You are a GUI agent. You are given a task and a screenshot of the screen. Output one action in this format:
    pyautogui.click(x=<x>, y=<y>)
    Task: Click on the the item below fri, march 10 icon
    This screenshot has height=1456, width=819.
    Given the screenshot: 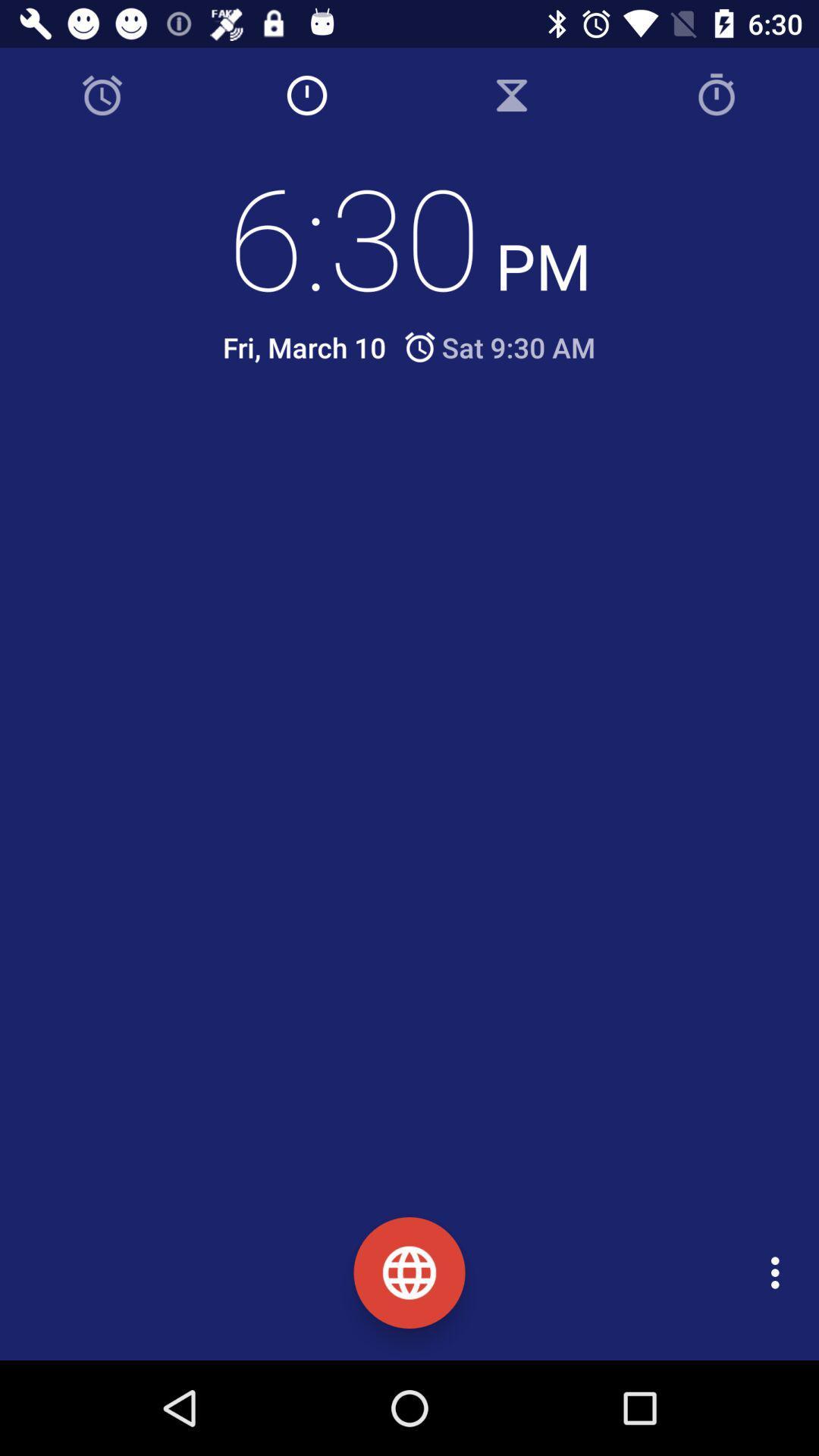 What is the action you would take?
    pyautogui.click(x=421, y=453)
    